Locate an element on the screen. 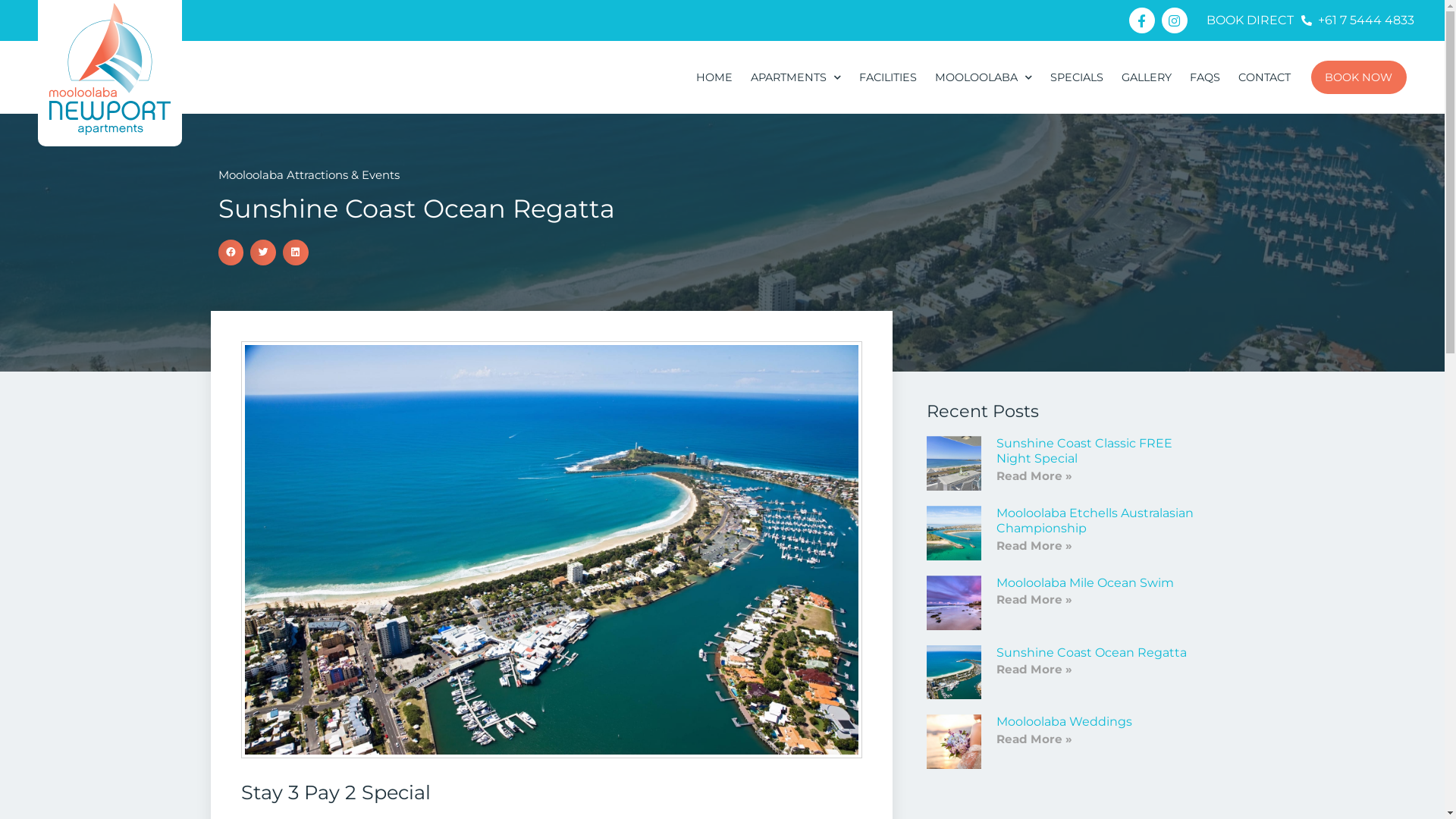 The height and width of the screenshot is (819, 1456). 'Mooloolaba Attractions & Events' is located at coordinates (308, 174).